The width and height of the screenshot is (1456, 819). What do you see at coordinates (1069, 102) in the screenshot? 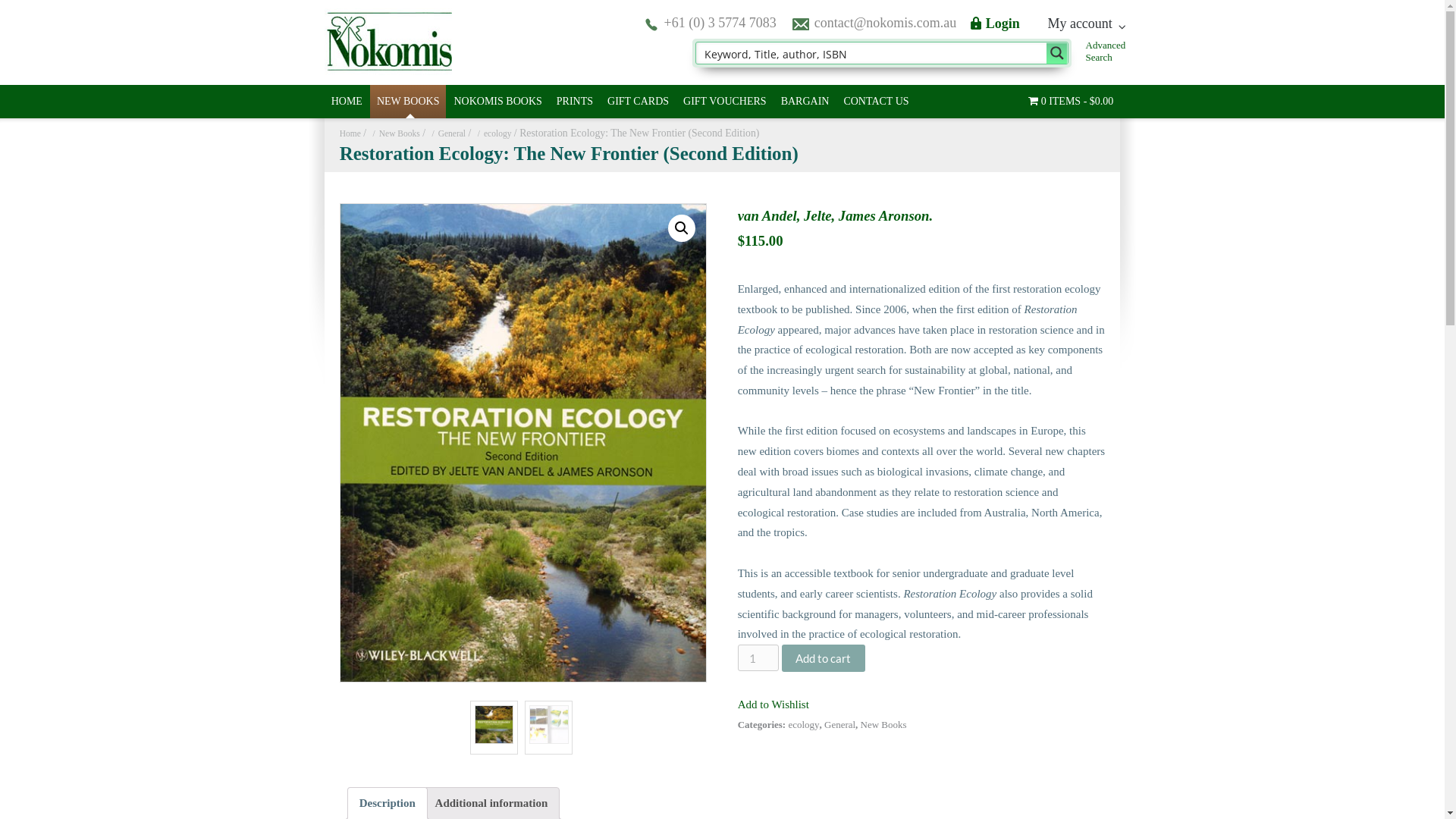
I see `'0 ITEMS$0.00'` at bounding box center [1069, 102].